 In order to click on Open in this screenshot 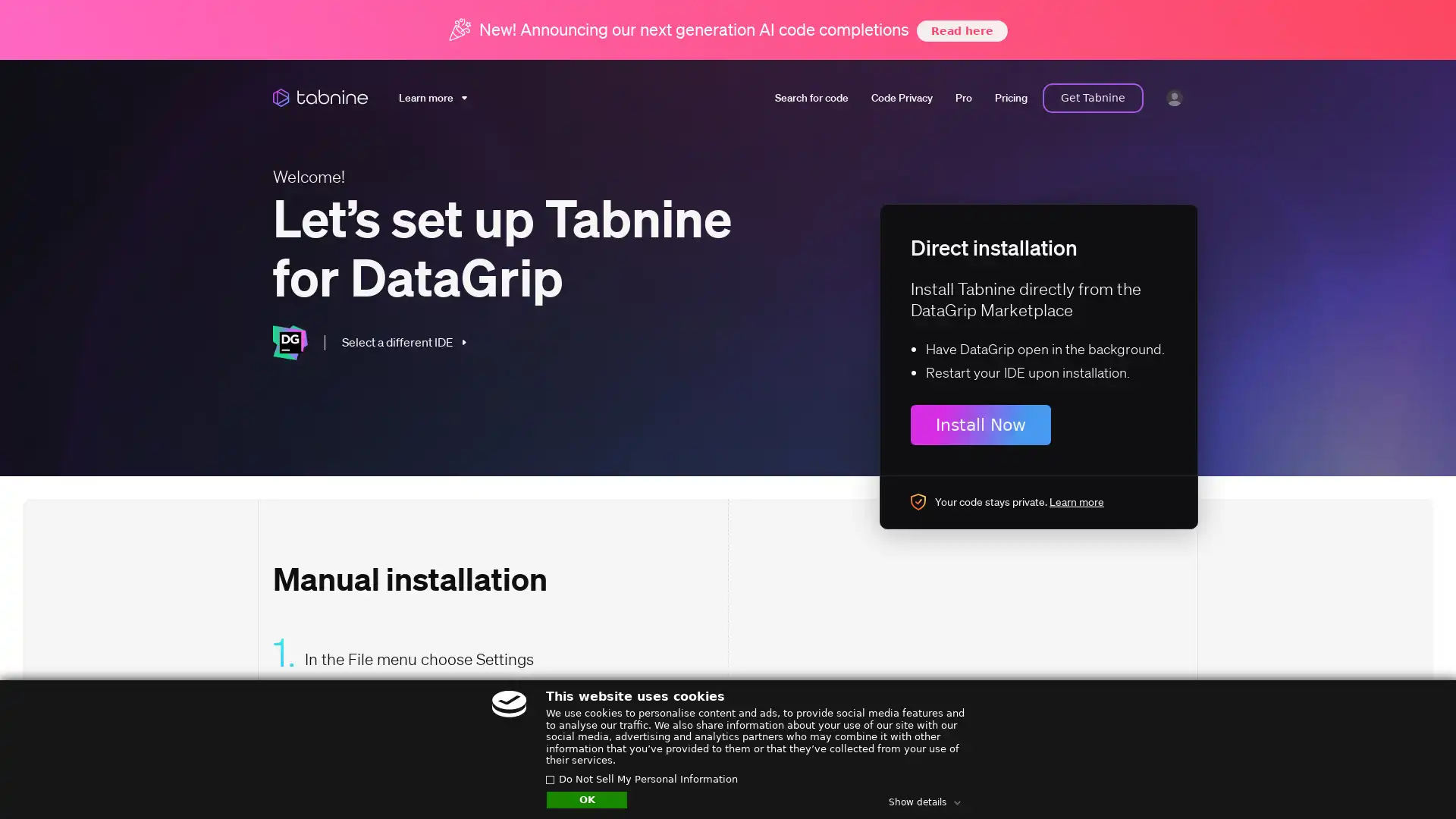, I will do `click(1410, 778)`.